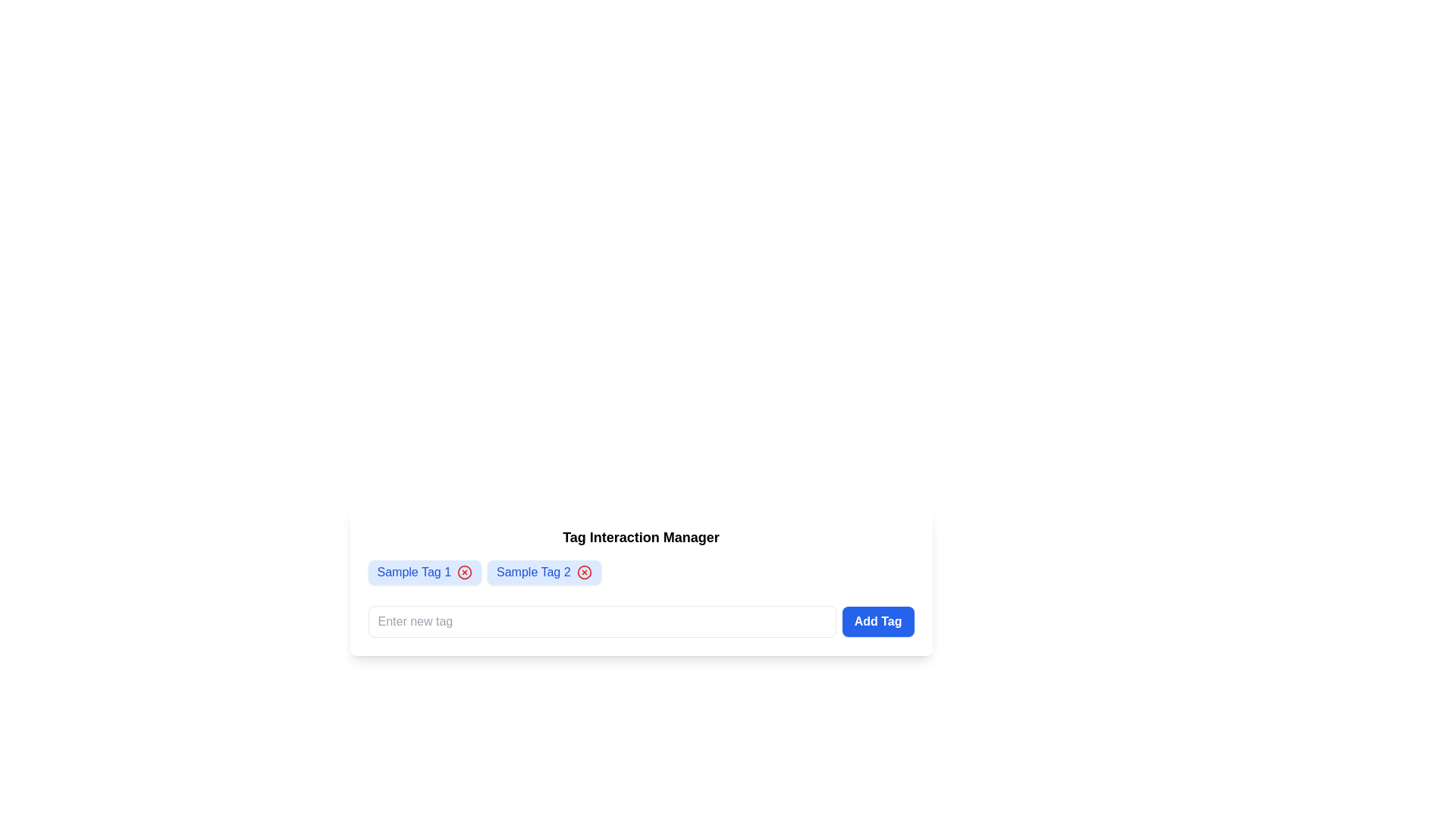 Image resolution: width=1456 pixels, height=819 pixels. I want to click on the red circular icon with an 'X' inside, so click(464, 573).